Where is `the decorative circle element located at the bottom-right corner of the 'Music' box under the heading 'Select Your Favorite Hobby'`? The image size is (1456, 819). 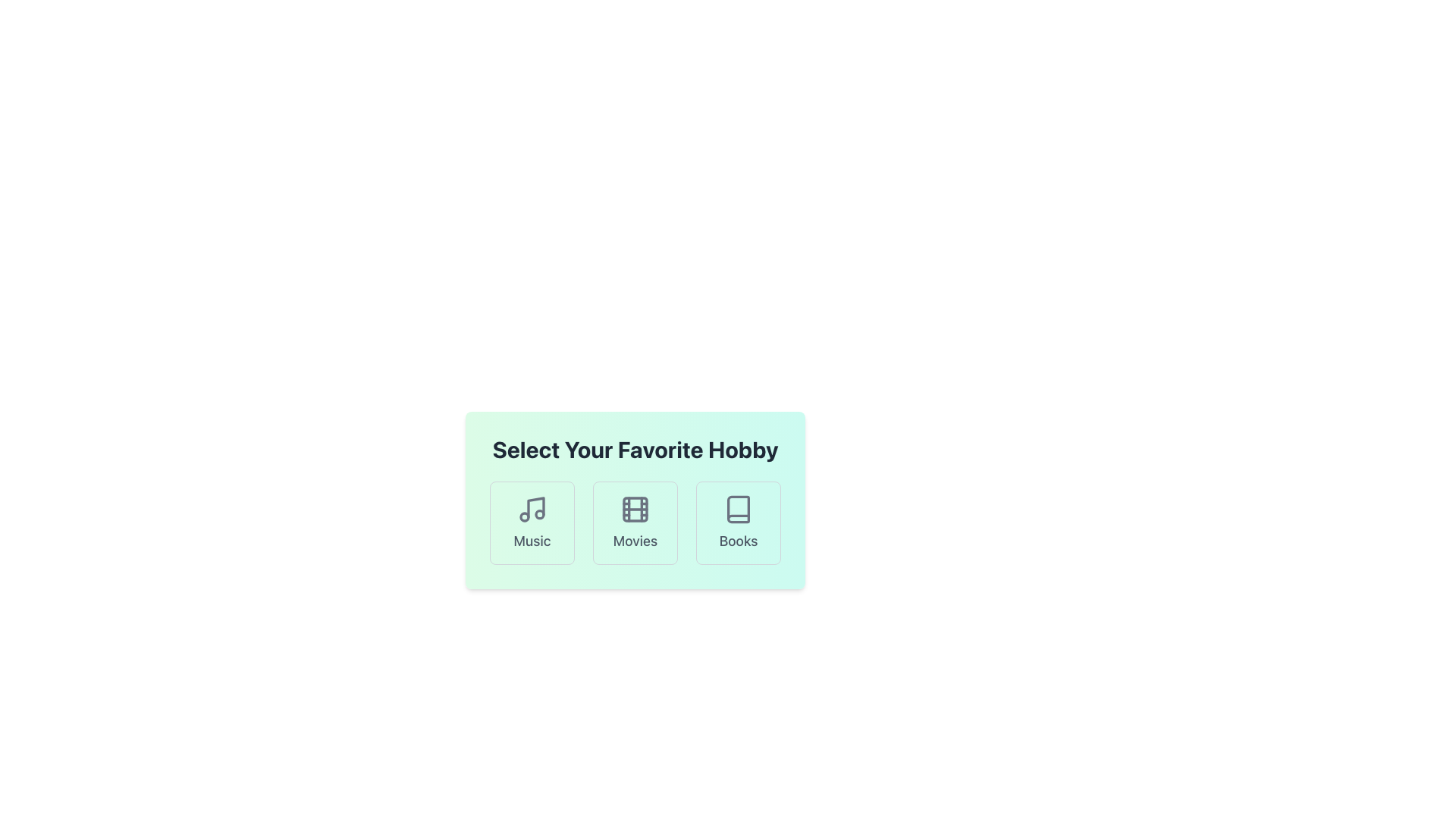
the decorative circle element located at the bottom-right corner of the 'Music' box under the heading 'Select Your Favorite Hobby' is located at coordinates (539, 513).